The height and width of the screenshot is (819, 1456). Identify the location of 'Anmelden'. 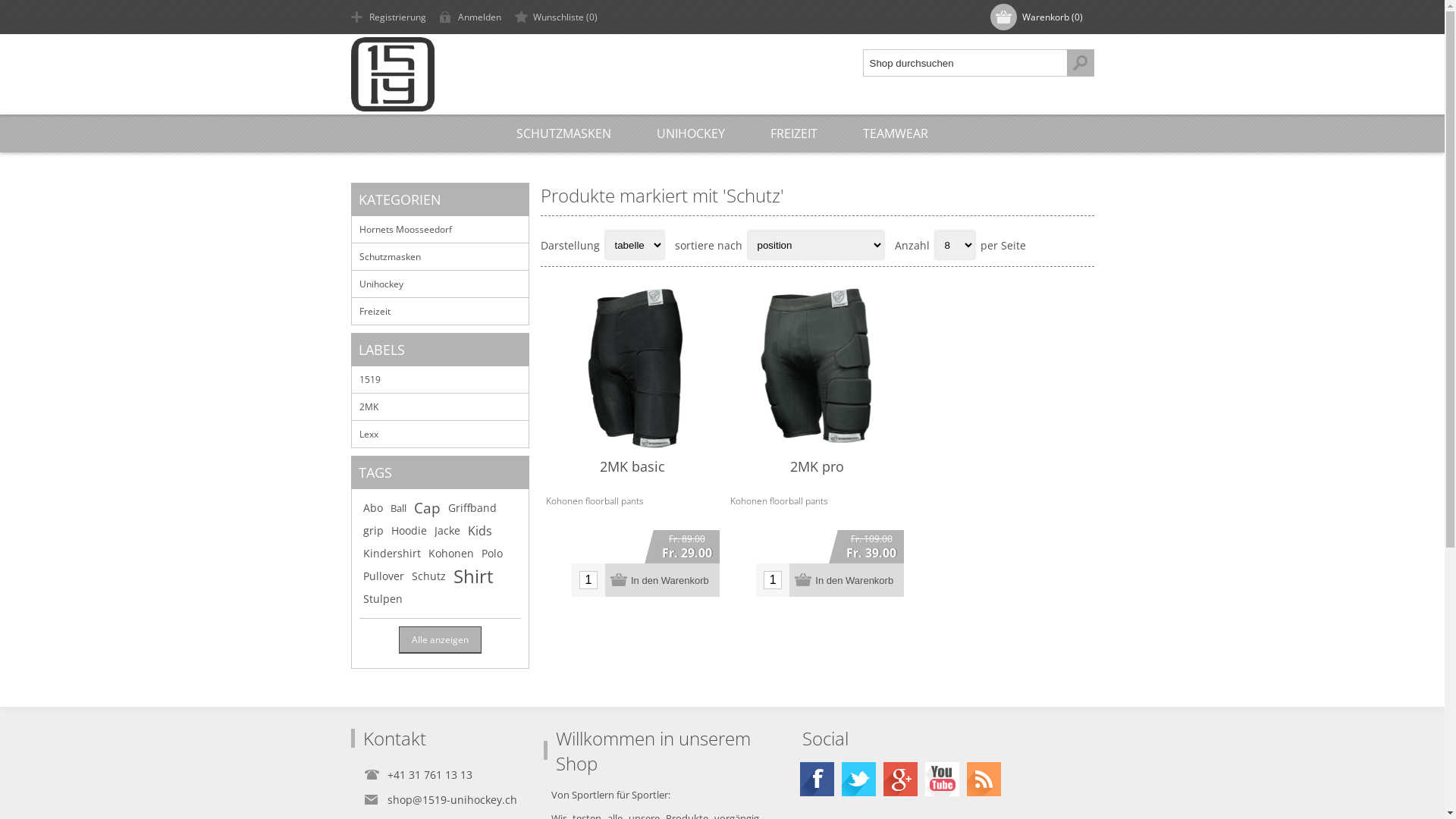
(472, 17).